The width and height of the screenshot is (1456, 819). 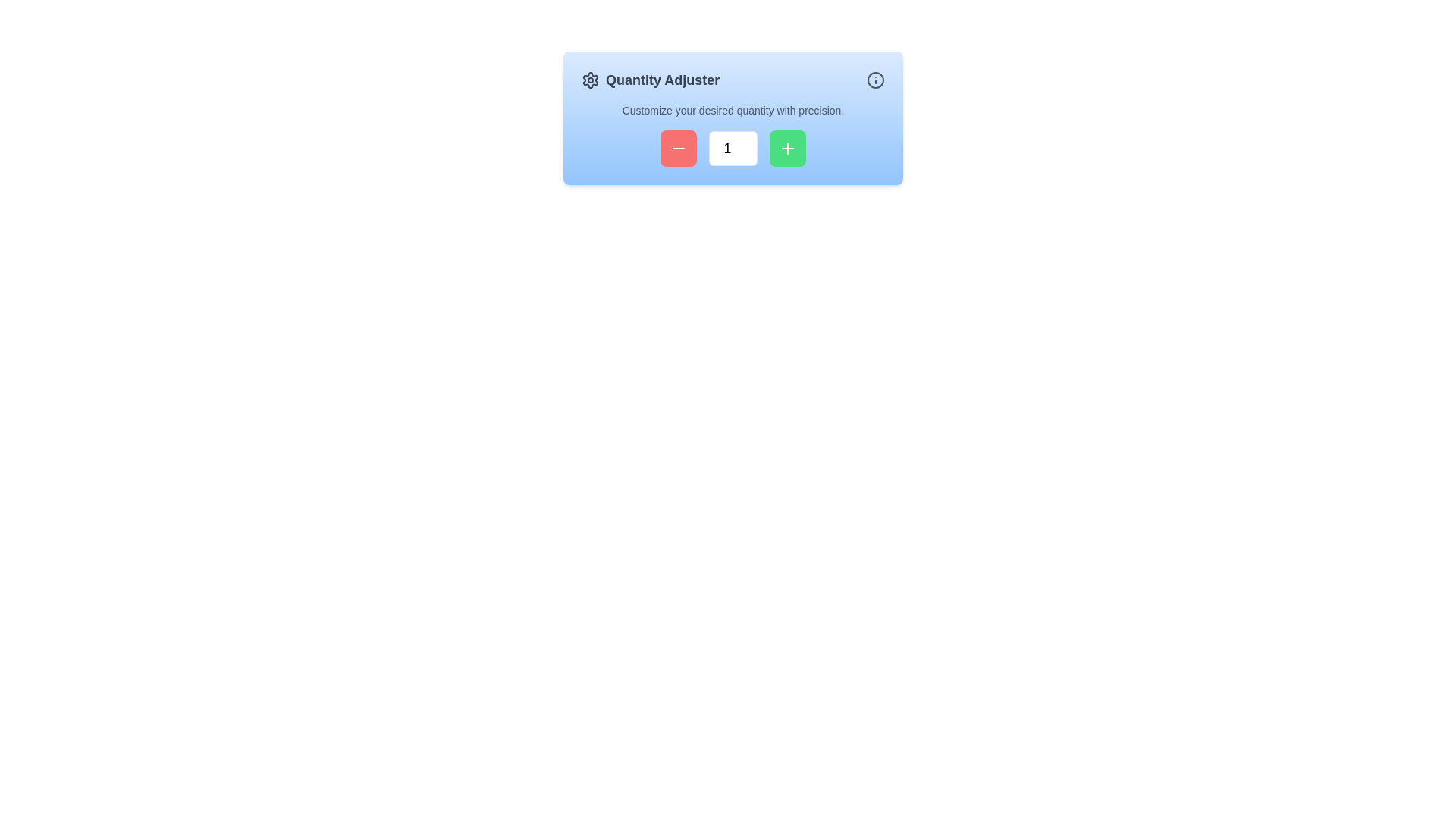 What do you see at coordinates (677, 149) in the screenshot?
I see `the red square button with rounded corners and a white minus icon to decrease a value` at bounding box center [677, 149].